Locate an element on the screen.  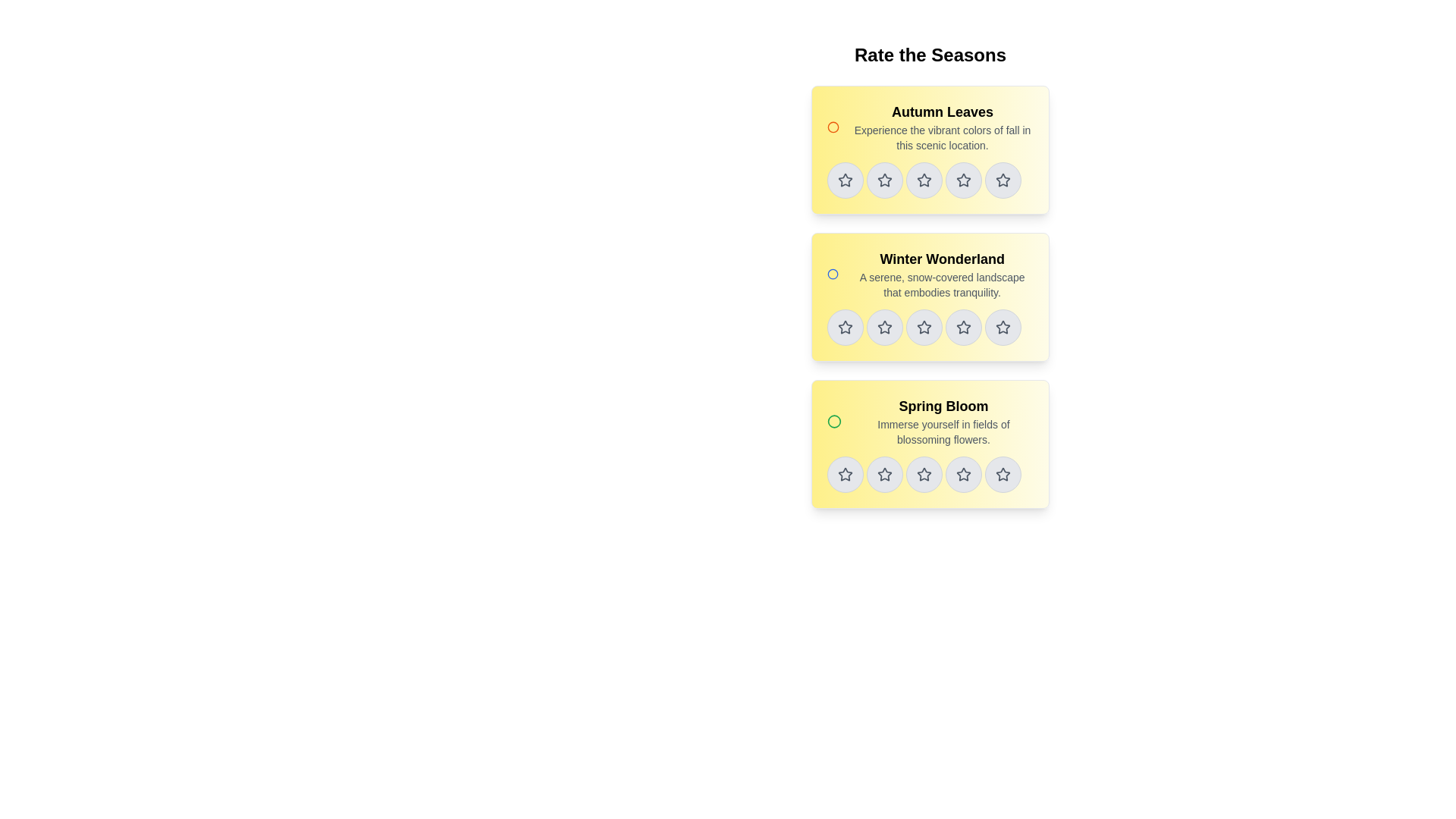
the text block titled 'Autumn Leaves' which features a bold title and a descriptive subtitle about fall colors is located at coordinates (942, 127).